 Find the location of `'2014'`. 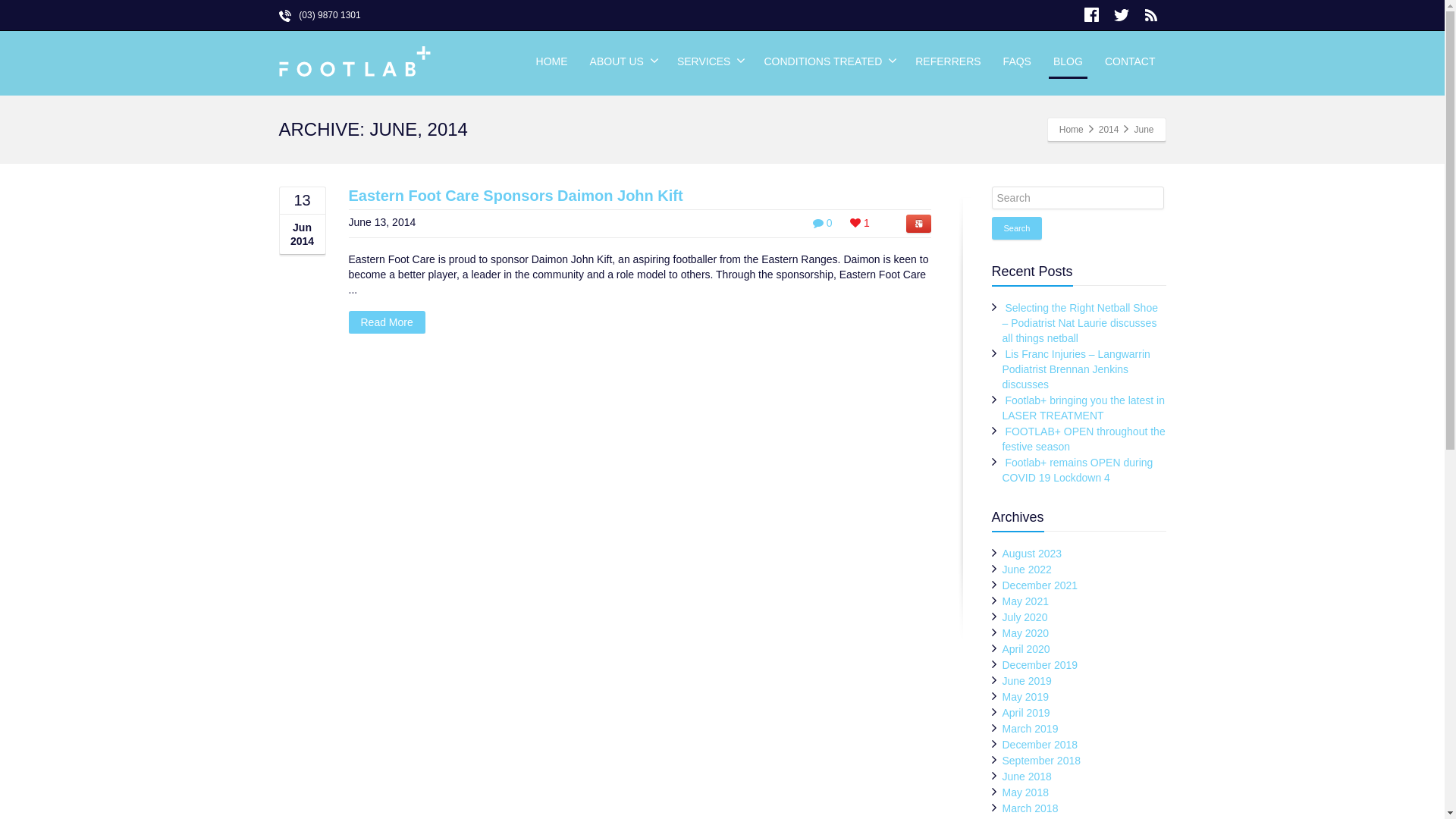

'2014' is located at coordinates (1109, 128).